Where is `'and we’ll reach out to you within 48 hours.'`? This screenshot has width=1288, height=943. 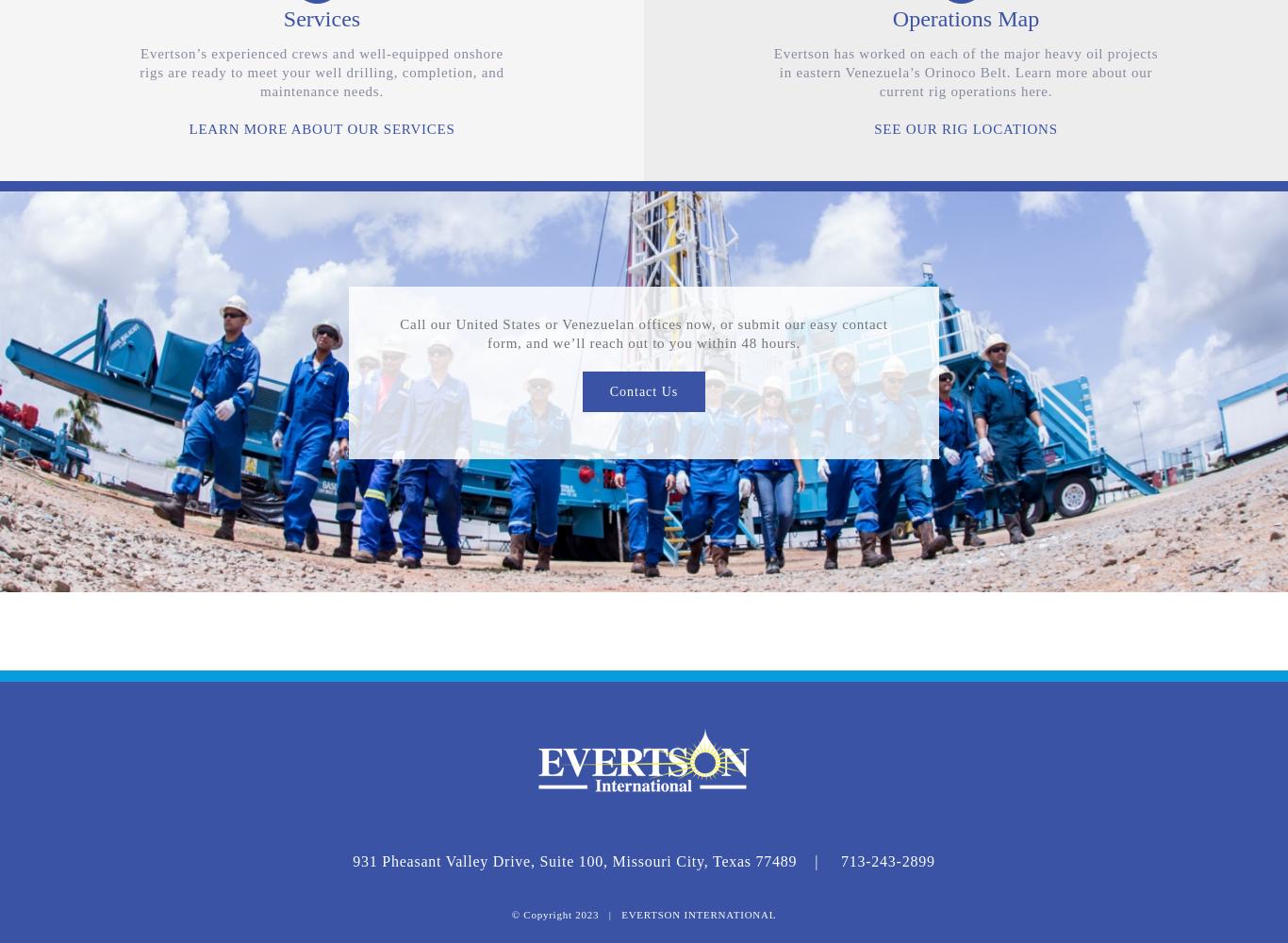
'and we’ll reach out to you within 48 hours.' is located at coordinates (663, 342).